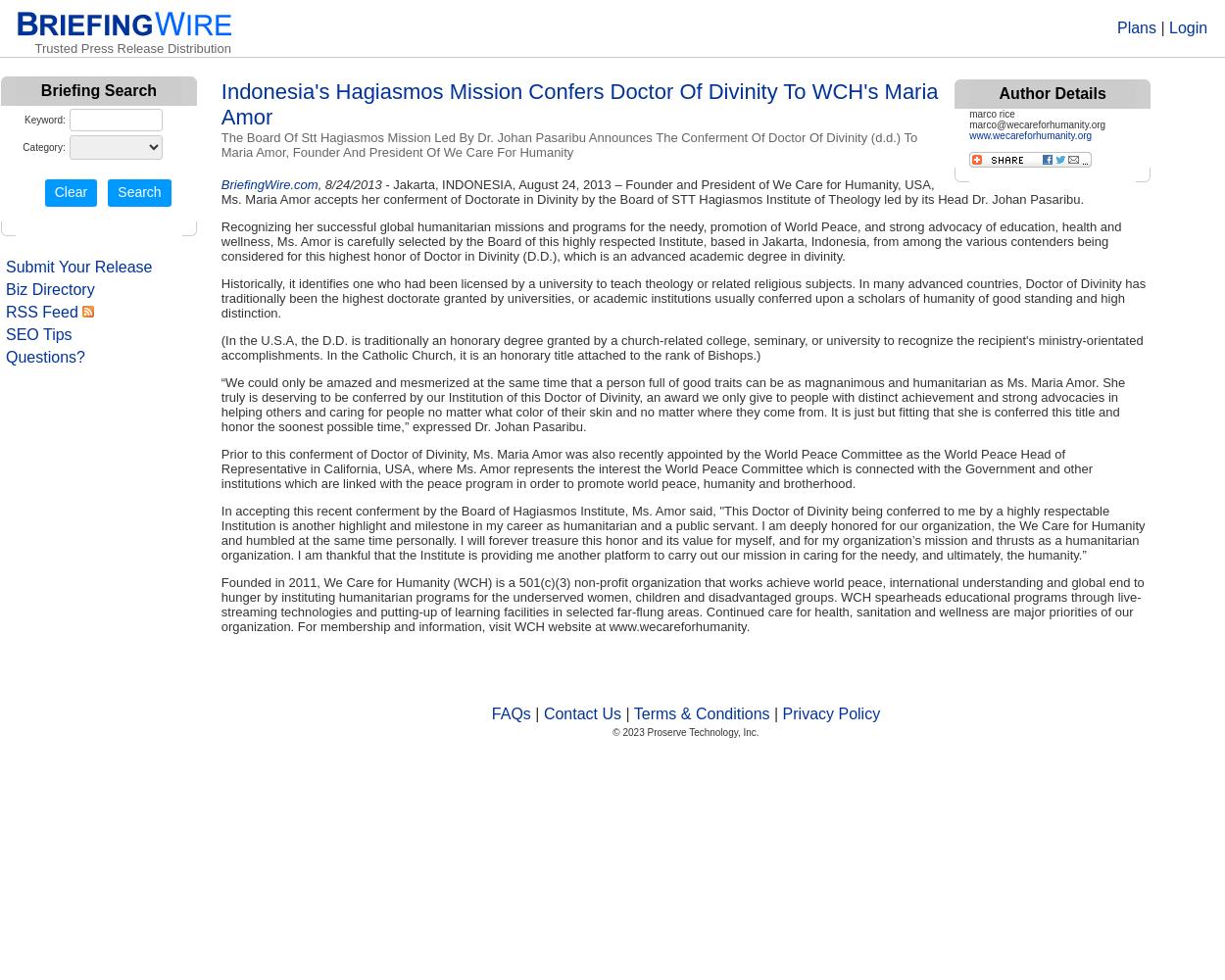  I want to click on 'Plans', so click(1136, 27).